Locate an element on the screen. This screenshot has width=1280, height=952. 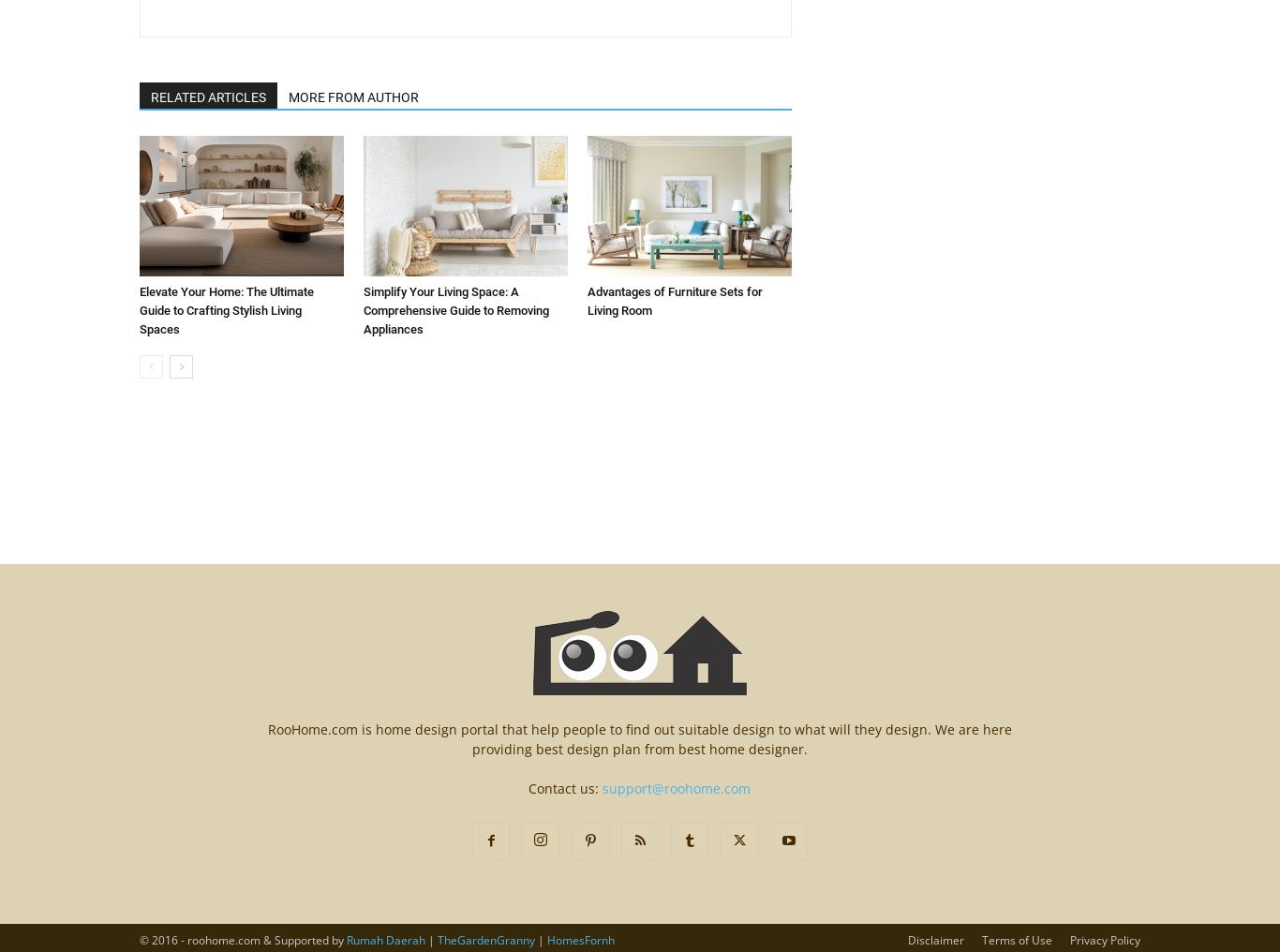
'HomesFornh' is located at coordinates (580, 940).